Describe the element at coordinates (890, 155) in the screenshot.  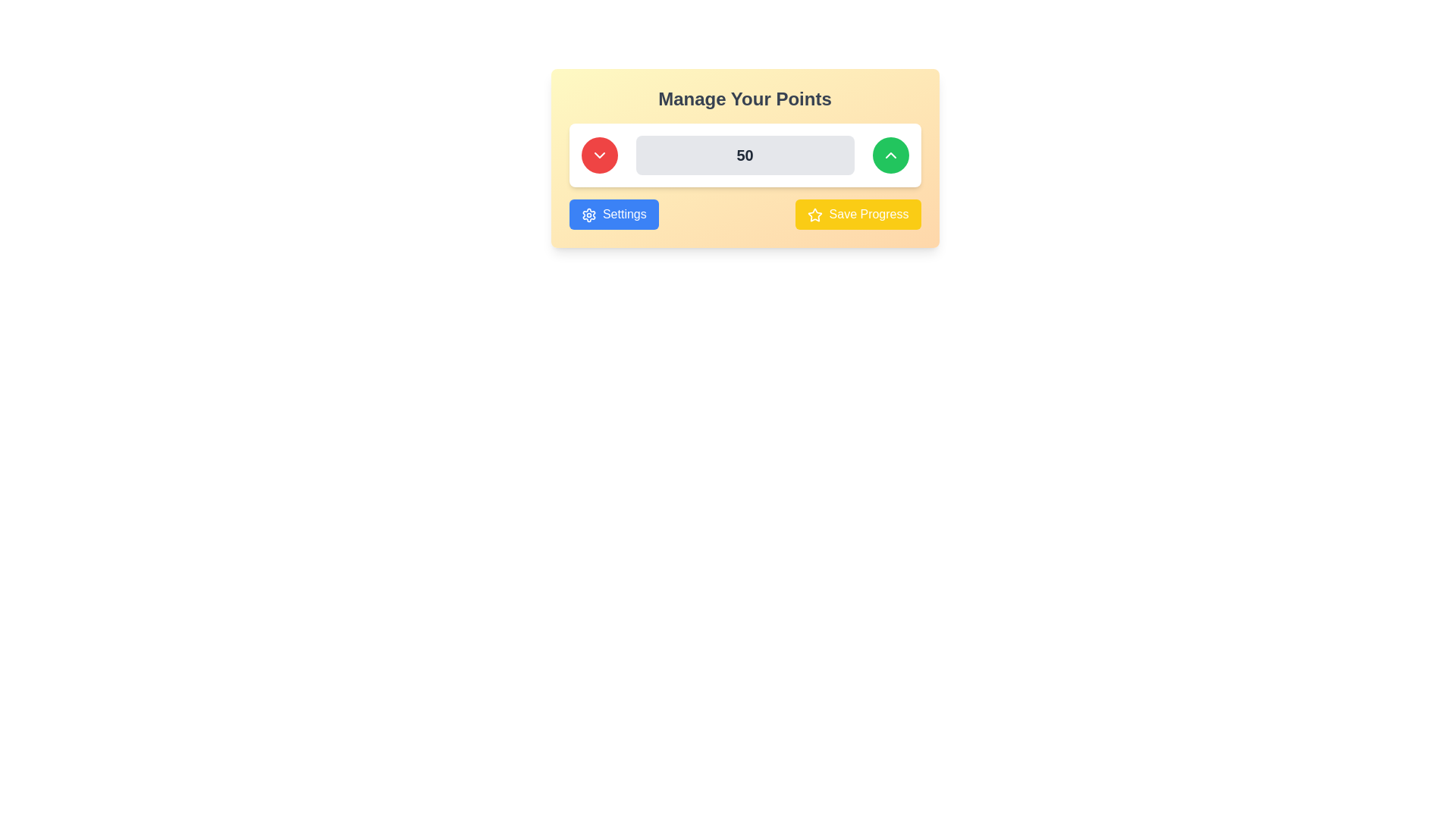
I see `the circular green button with a white upward arrow icon, which serves as the increment button adjacent to a centered input field displaying '50'` at that location.